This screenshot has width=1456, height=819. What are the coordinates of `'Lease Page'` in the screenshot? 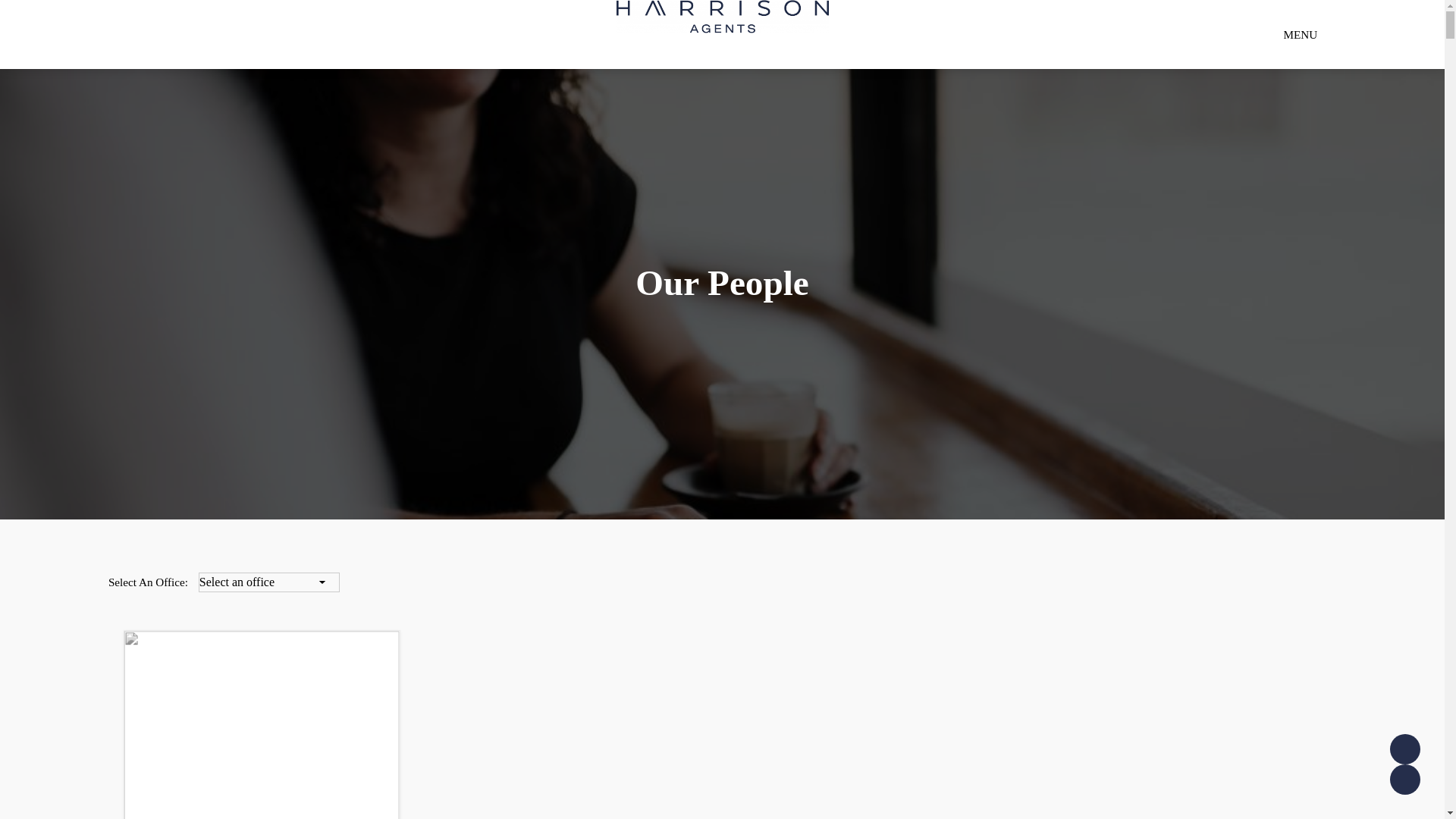 It's located at (1404, 780).